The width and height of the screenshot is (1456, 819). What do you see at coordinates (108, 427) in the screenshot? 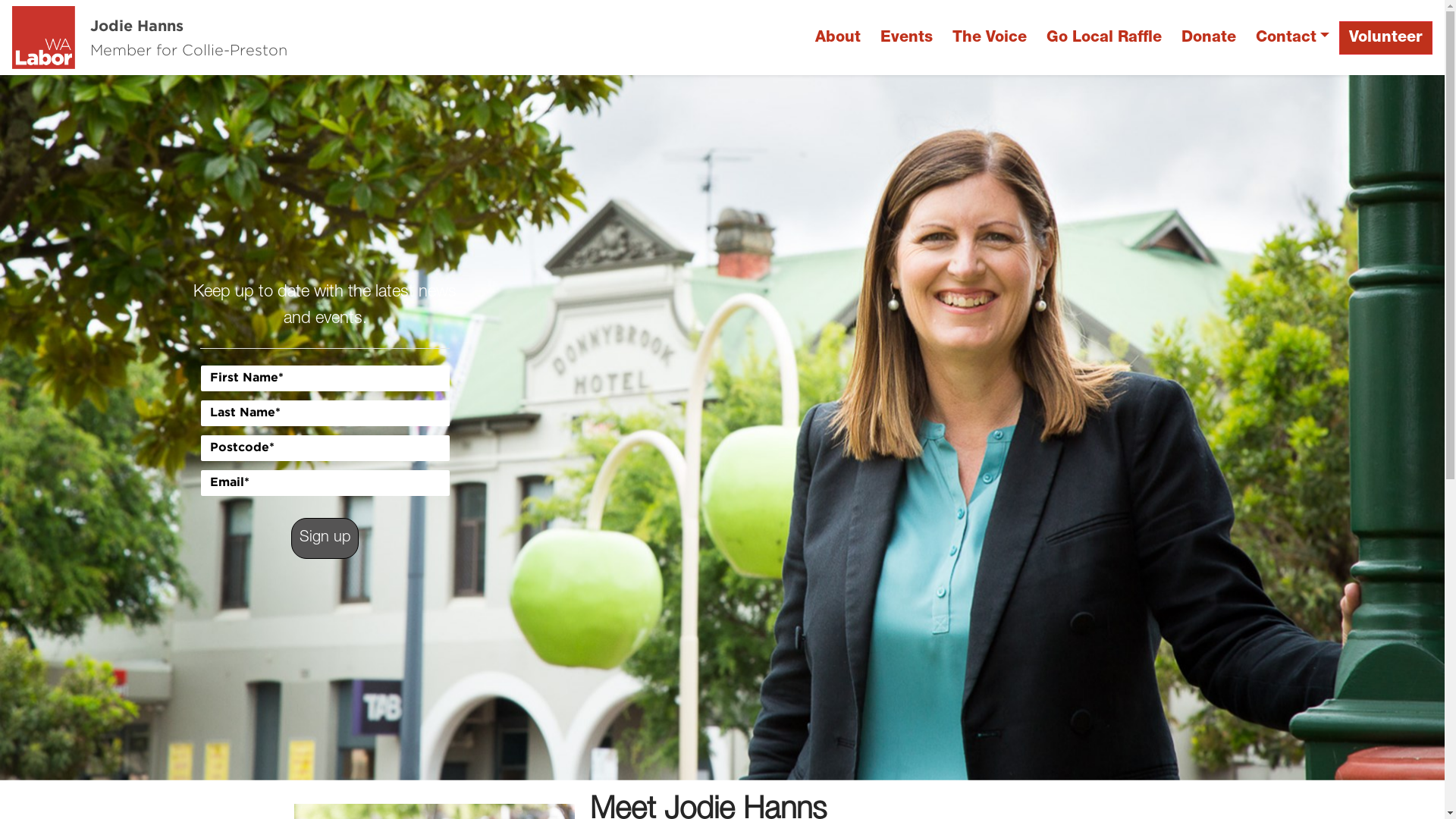
I see `'Previous'` at bounding box center [108, 427].